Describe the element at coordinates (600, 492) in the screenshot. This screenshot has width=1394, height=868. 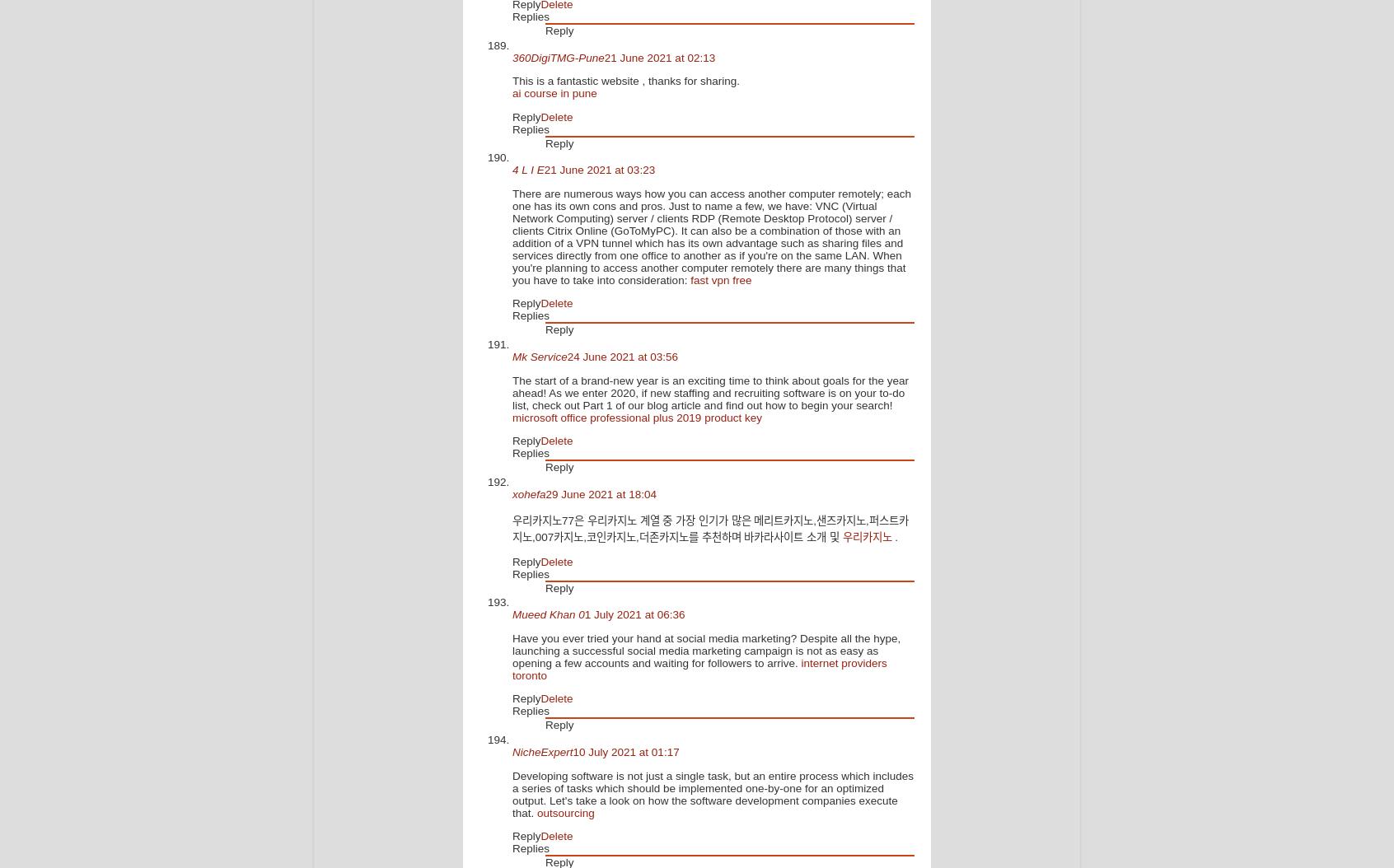
I see `'29 June 2021 at 18:04'` at that location.